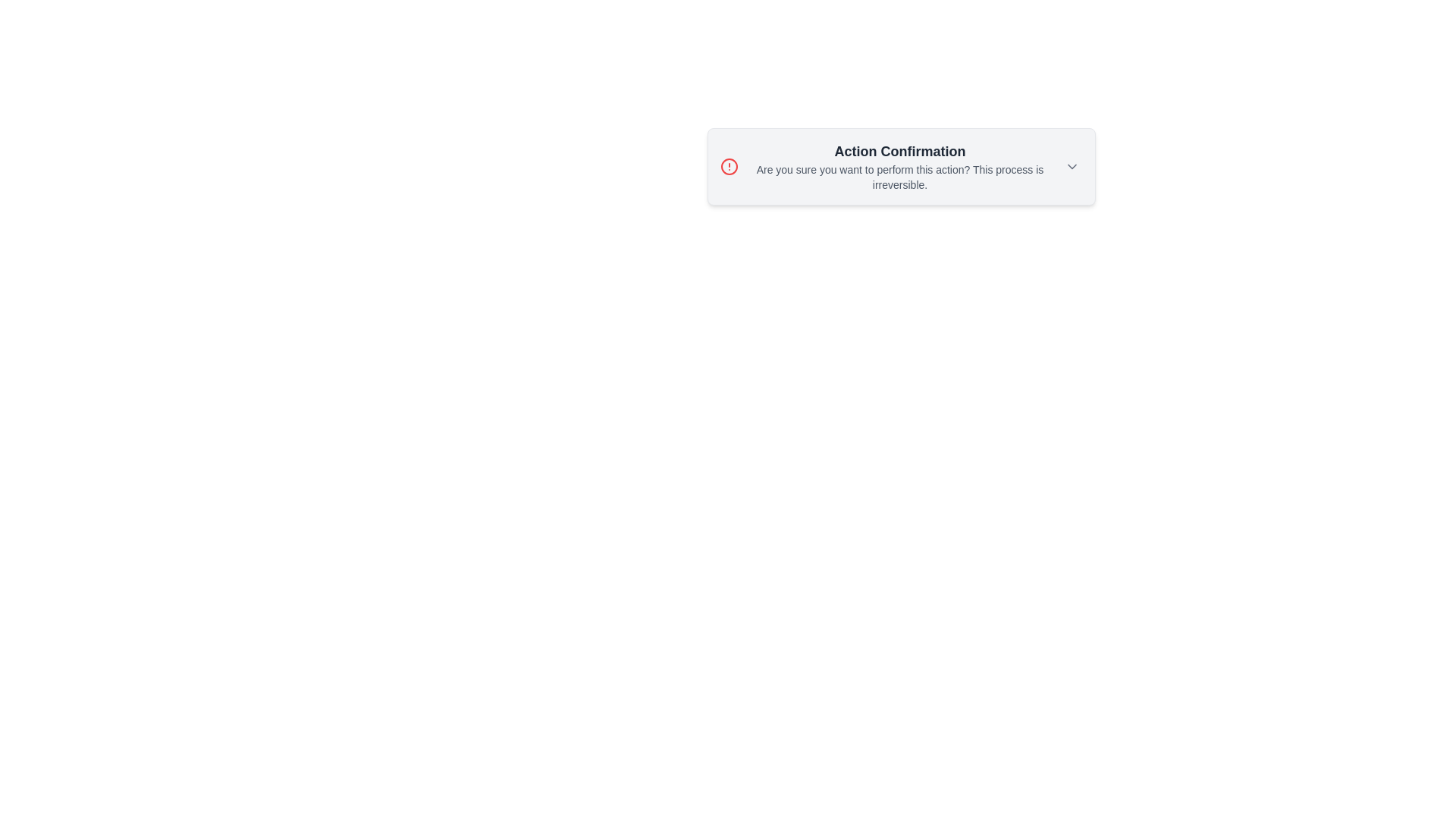 The height and width of the screenshot is (819, 1456). I want to click on the chevron icon located on the right-most side of the 'Action Confirmation' dialog box, so click(1072, 166).